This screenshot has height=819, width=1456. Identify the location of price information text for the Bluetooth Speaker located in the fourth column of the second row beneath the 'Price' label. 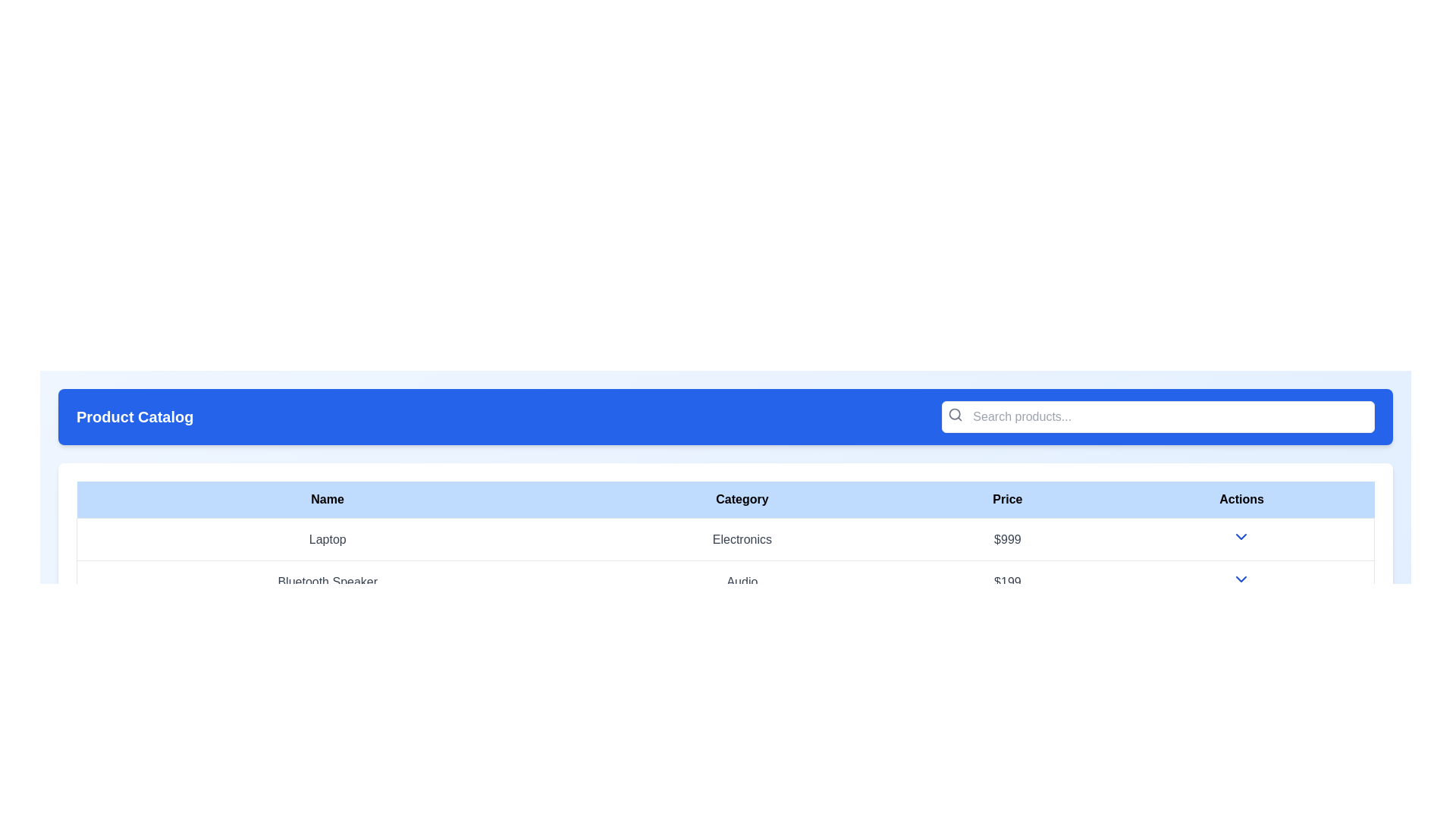
(1007, 581).